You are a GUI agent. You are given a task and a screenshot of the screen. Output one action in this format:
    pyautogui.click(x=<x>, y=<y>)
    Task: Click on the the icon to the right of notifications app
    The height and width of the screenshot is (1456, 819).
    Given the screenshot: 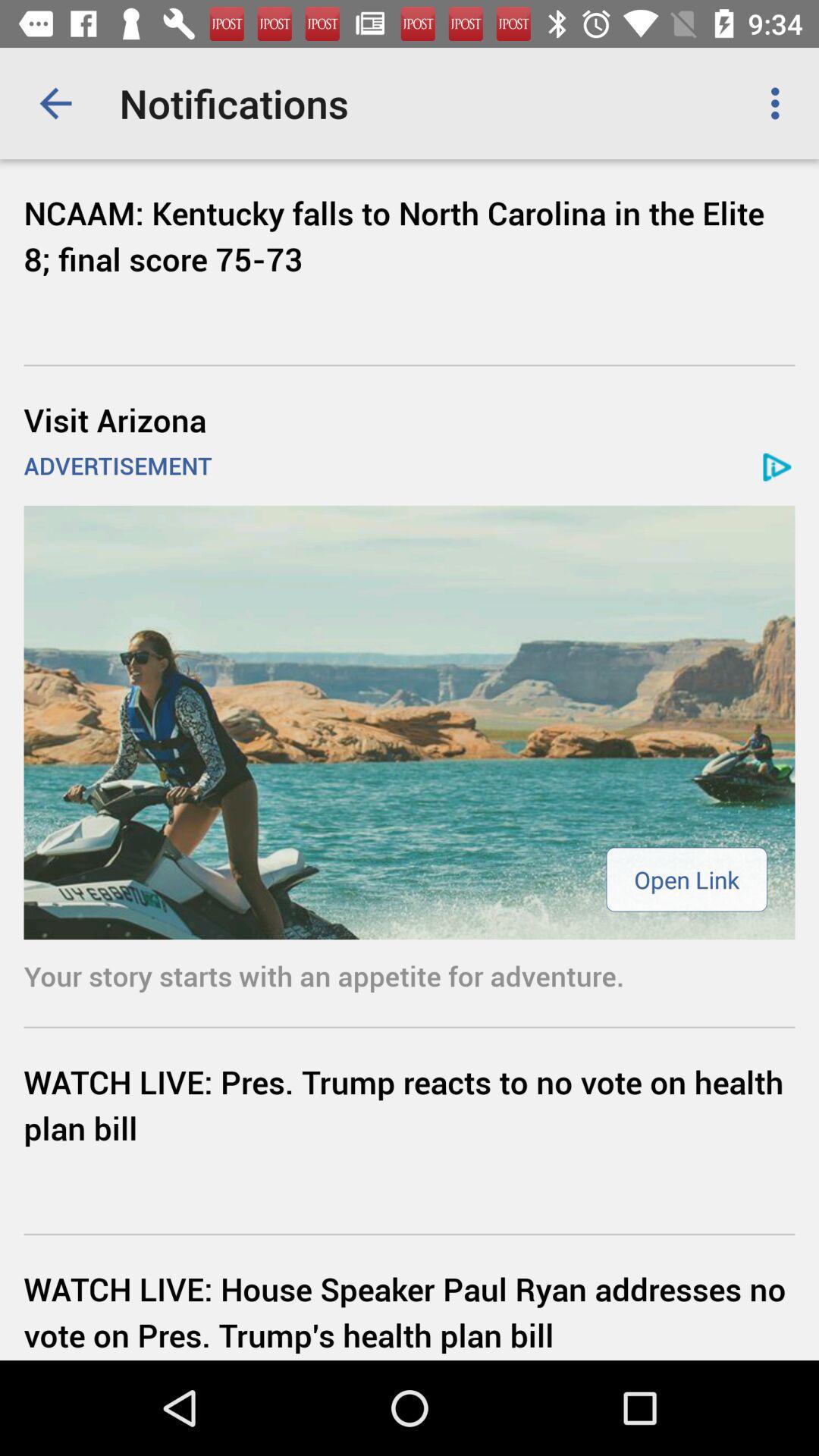 What is the action you would take?
    pyautogui.click(x=779, y=102)
    